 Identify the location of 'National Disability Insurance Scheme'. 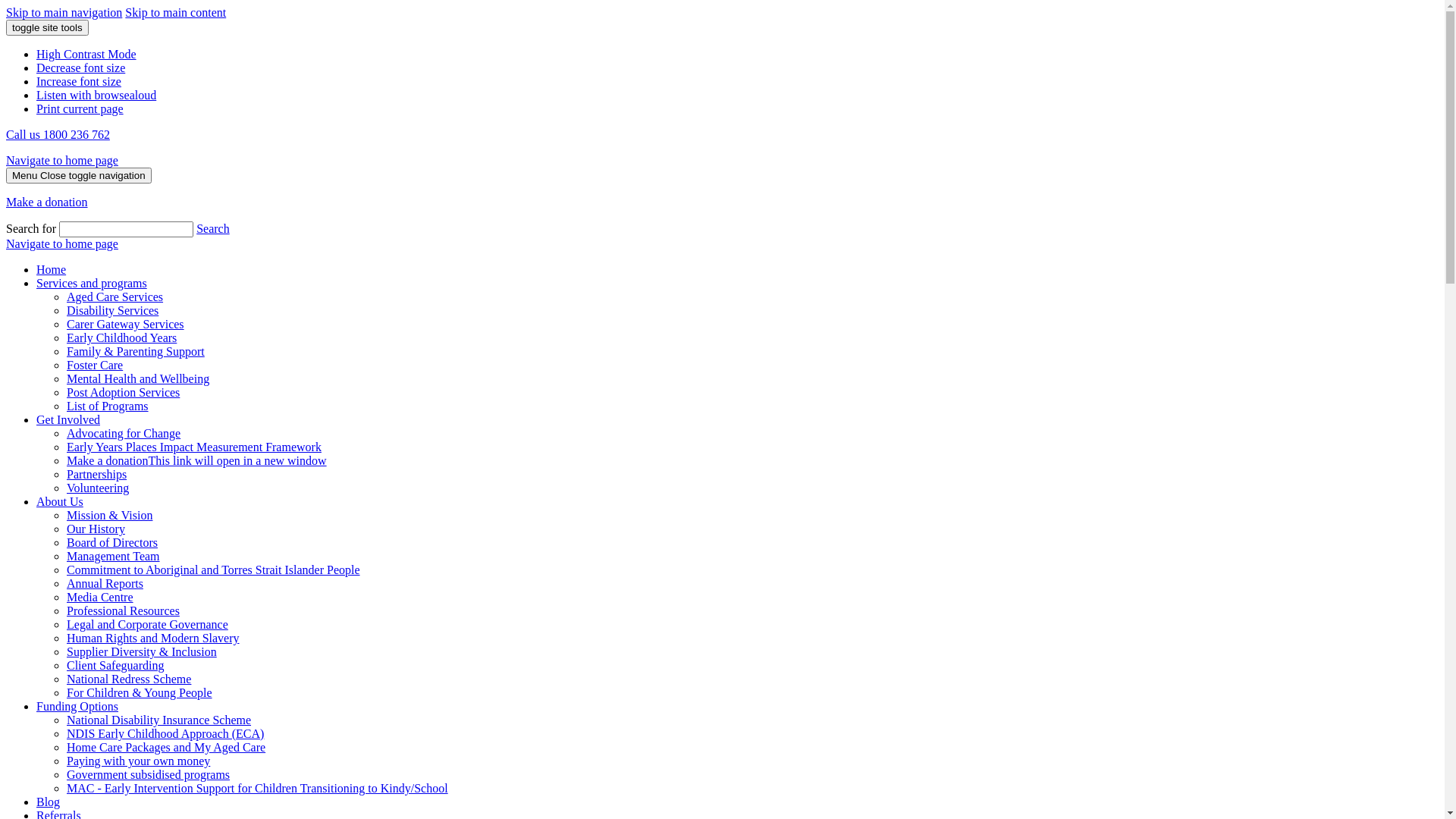
(158, 719).